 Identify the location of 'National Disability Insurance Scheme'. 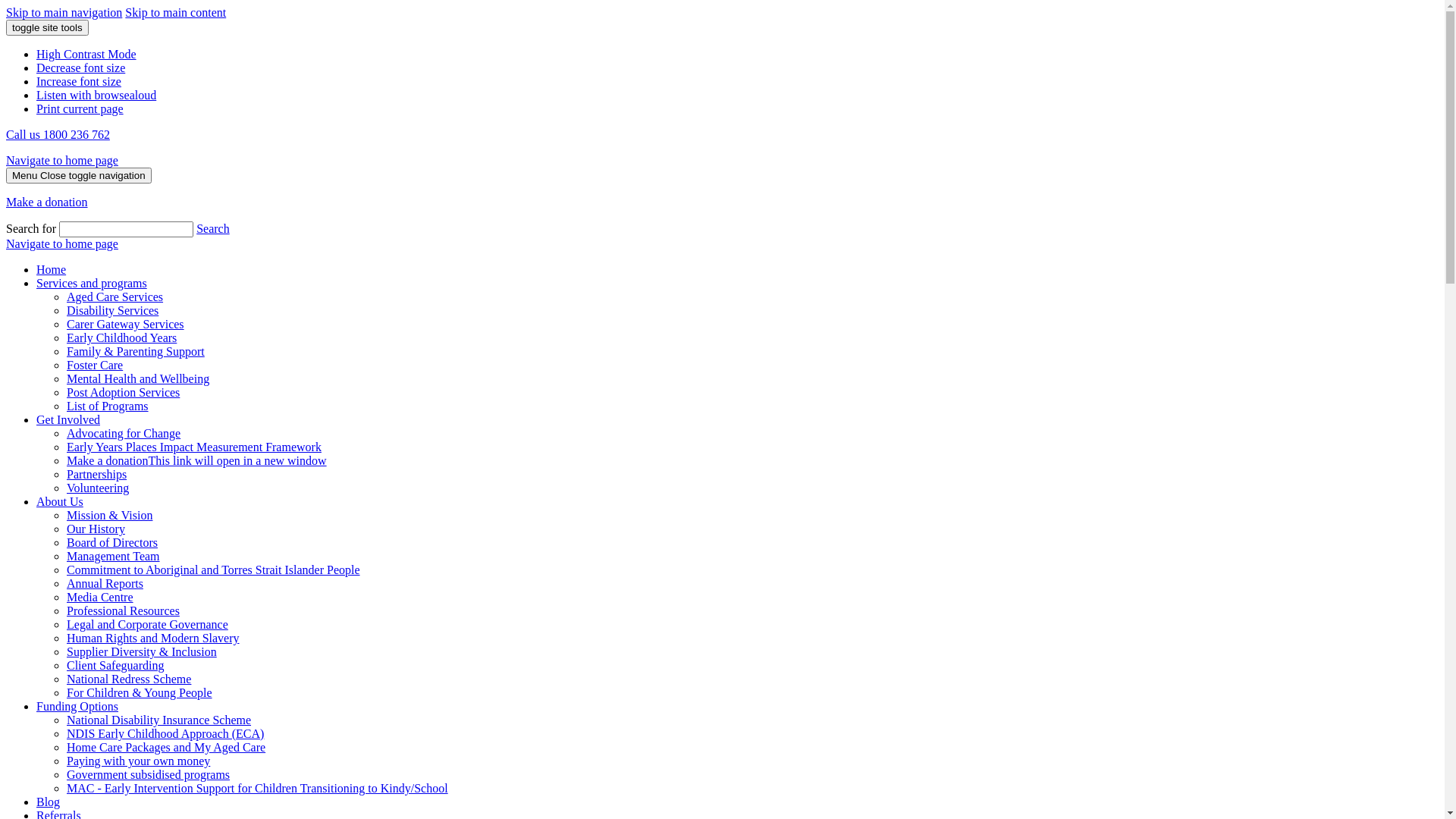
(158, 719).